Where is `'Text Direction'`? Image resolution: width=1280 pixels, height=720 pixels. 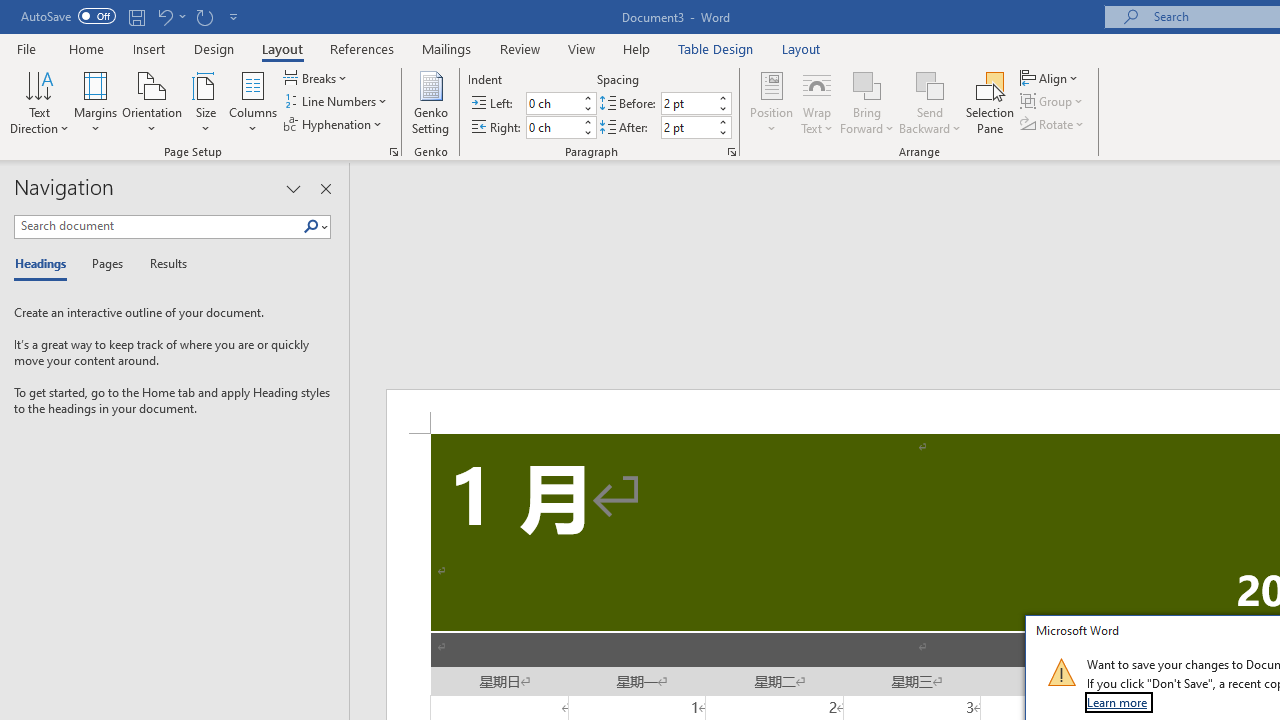
'Text Direction' is located at coordinates (39, 103).